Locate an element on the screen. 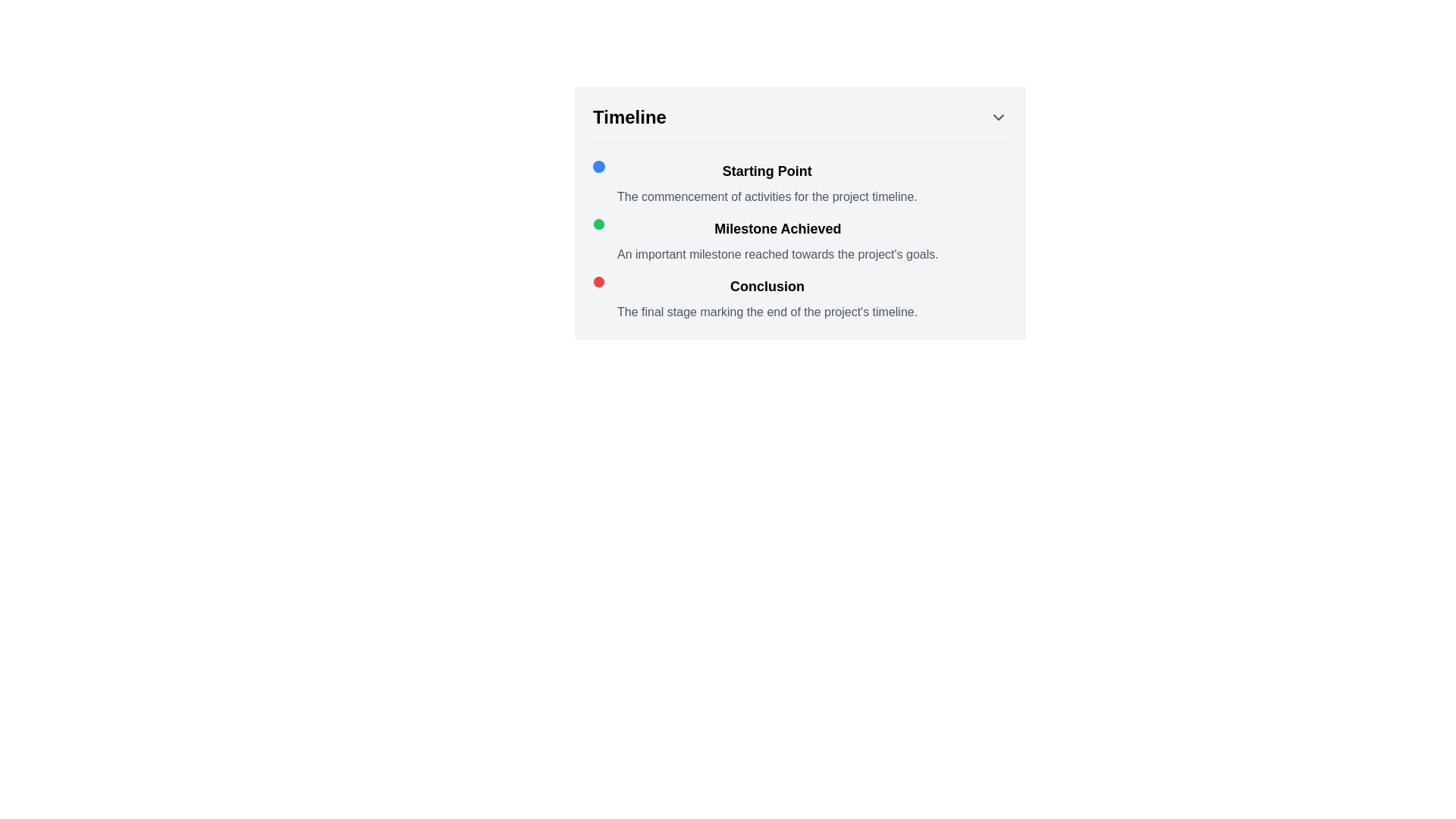 This screenshot has height=819, width=1456. information displayed in the text block titled 'Starting Point' which contains a bold headline and a description aligned to the left is located at coordinates (799, 183).